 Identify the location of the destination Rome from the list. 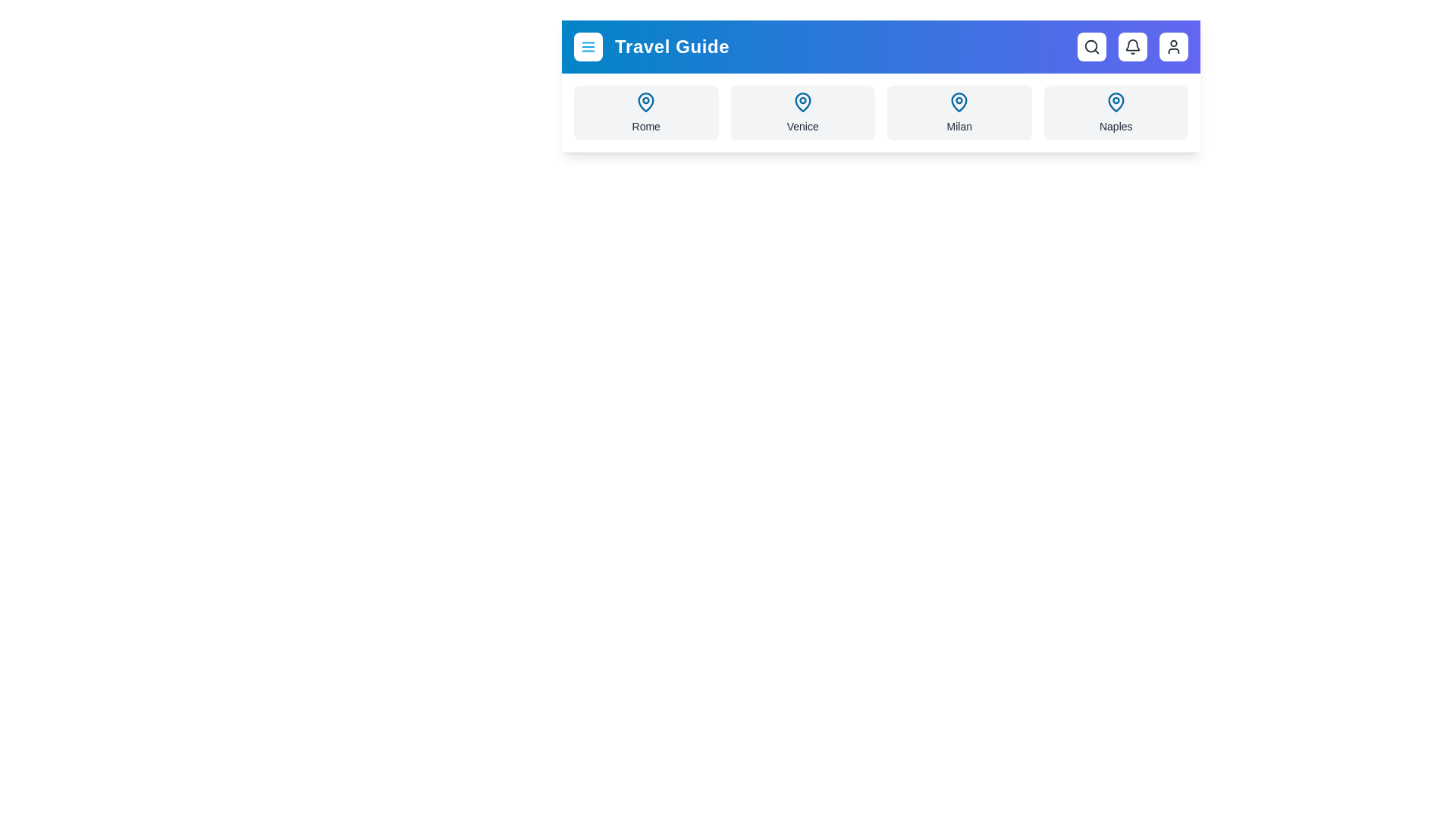
(645, 112).